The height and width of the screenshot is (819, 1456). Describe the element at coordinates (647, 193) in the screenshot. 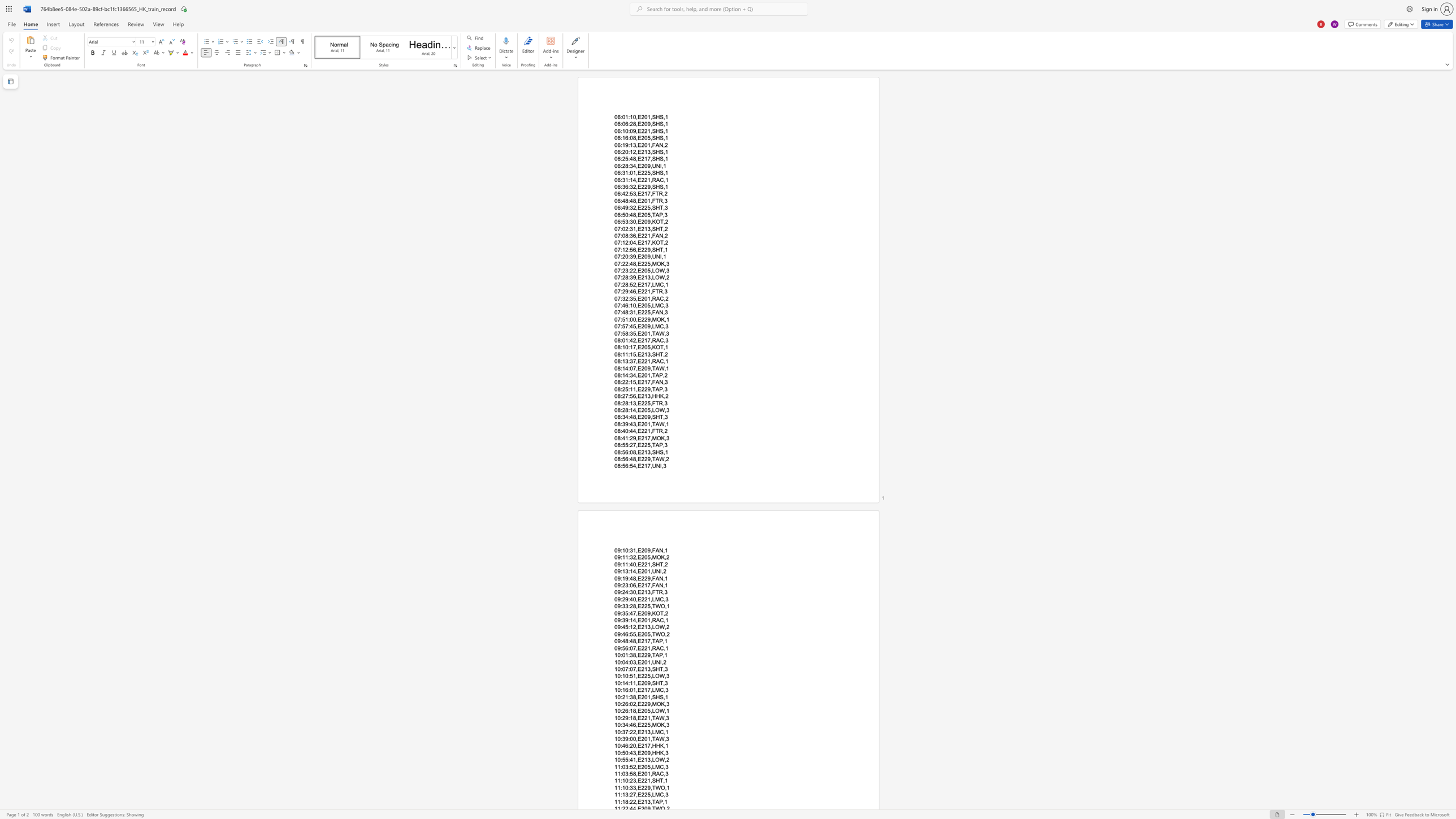

I see `the space between the continuous character "1" and "7" in the text` at that location.